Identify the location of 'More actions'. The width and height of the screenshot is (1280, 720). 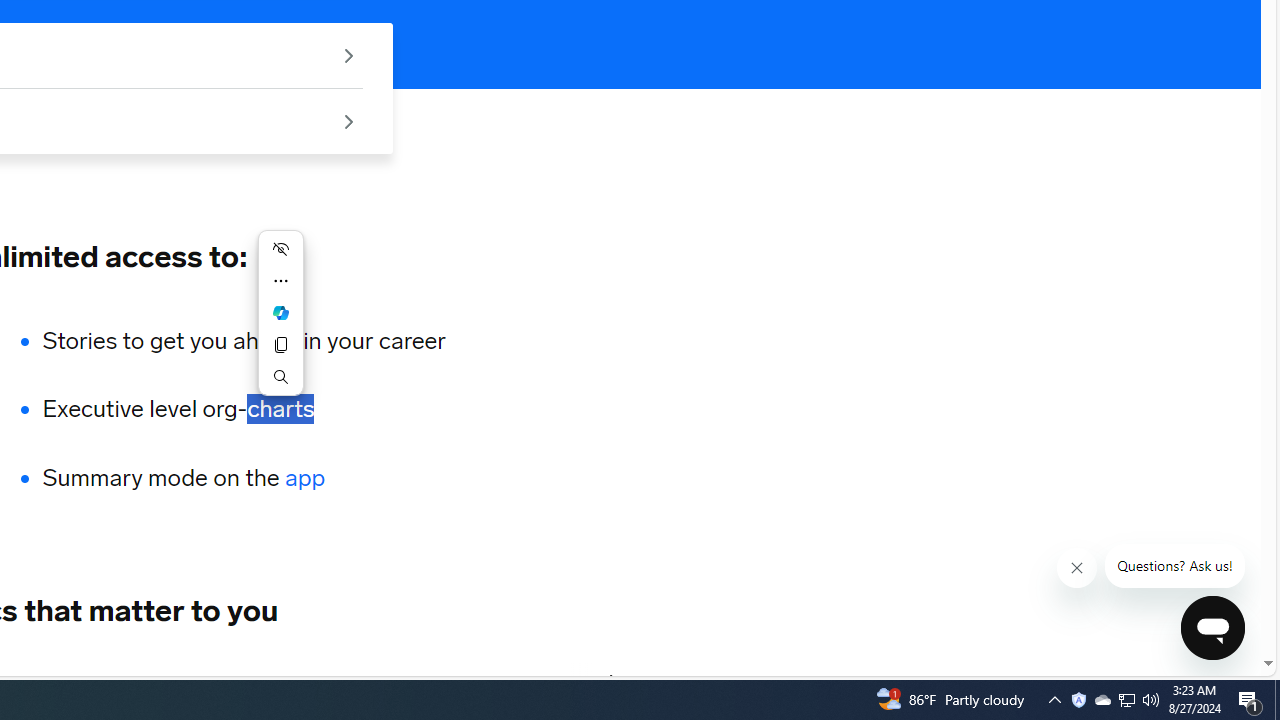
(279, 280).